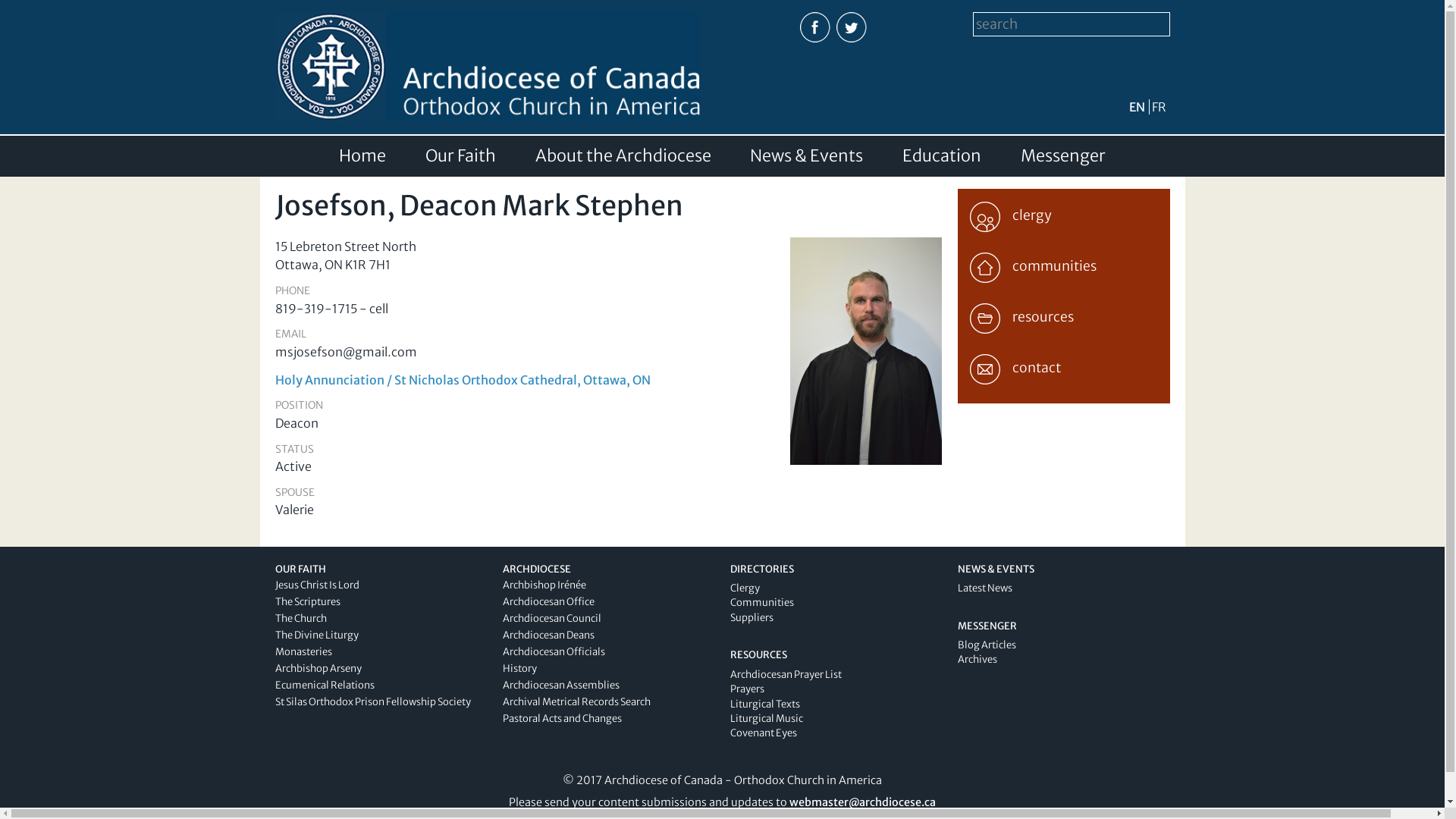 This screenshot has width=1456, height=819. What do you see at coordinates (316, 667) in the screenshot?
I see `'Archbishop Arseny'` at bounding box center [316, 667].